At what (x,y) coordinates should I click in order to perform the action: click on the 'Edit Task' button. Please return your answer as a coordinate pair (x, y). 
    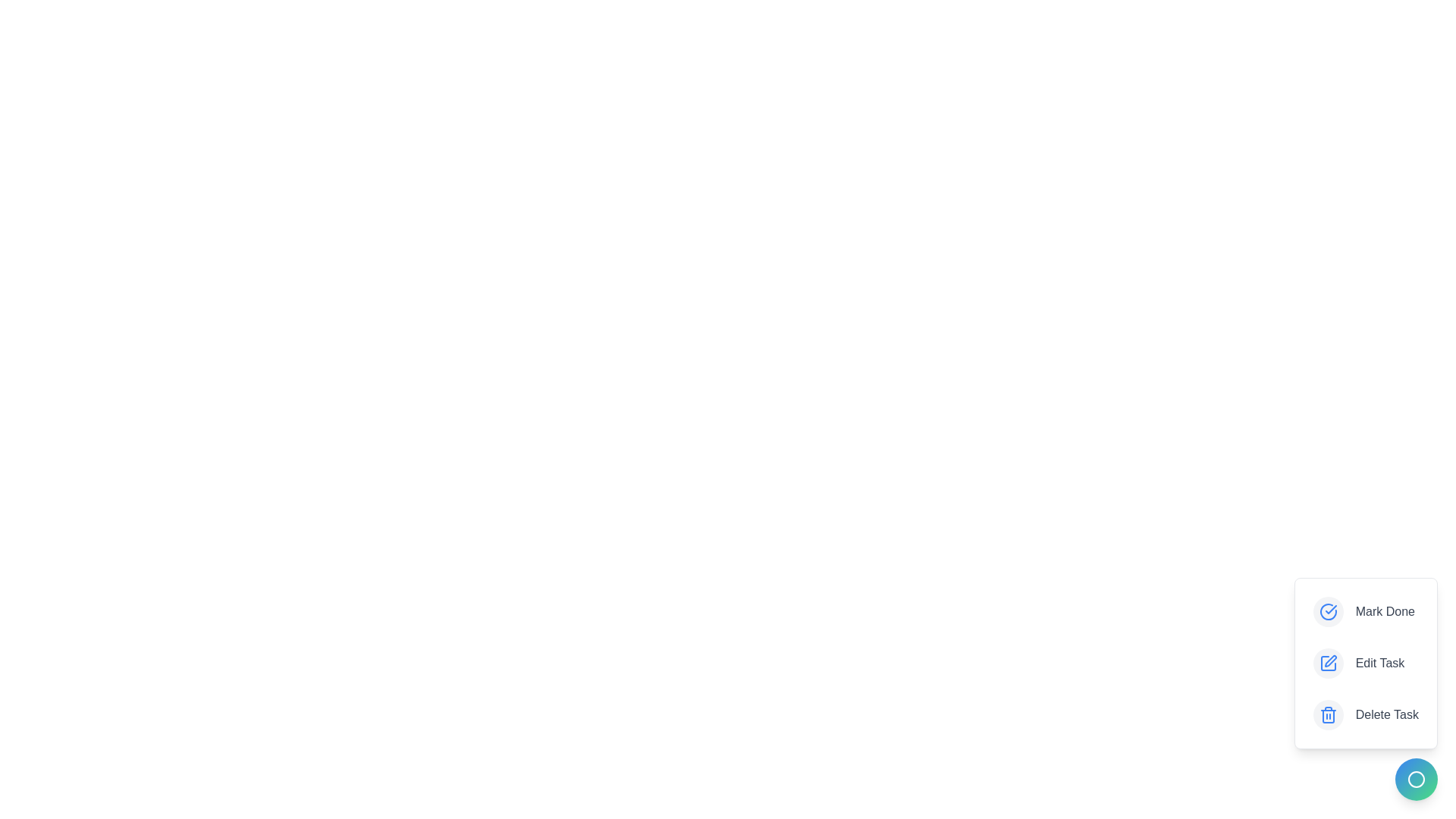
    Looking at the image, I should click on (1365, 663).